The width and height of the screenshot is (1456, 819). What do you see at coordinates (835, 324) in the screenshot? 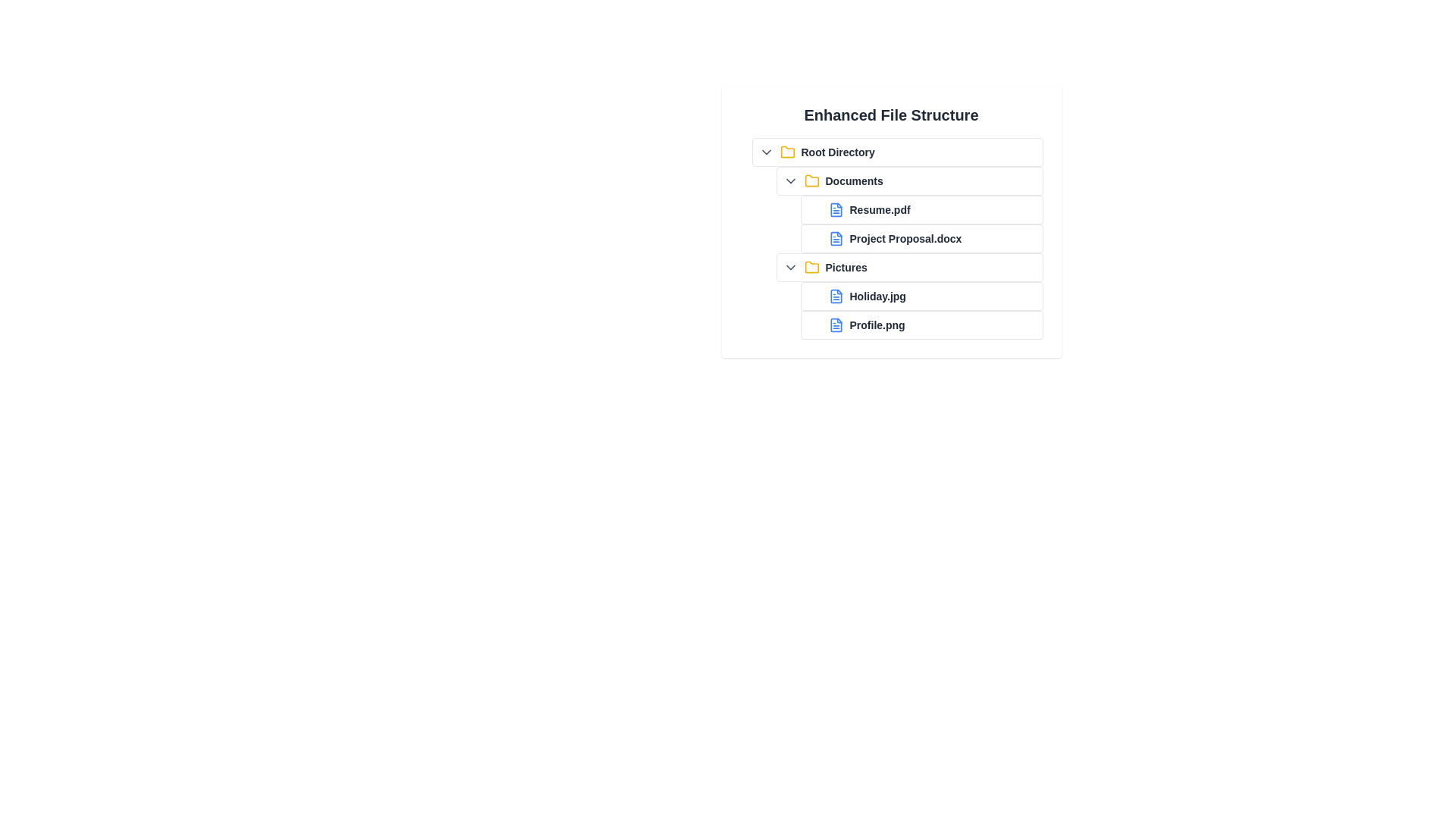
I see `the SVG icon representing the file type for 'Profile.png'` at bounding box center [835, 324].